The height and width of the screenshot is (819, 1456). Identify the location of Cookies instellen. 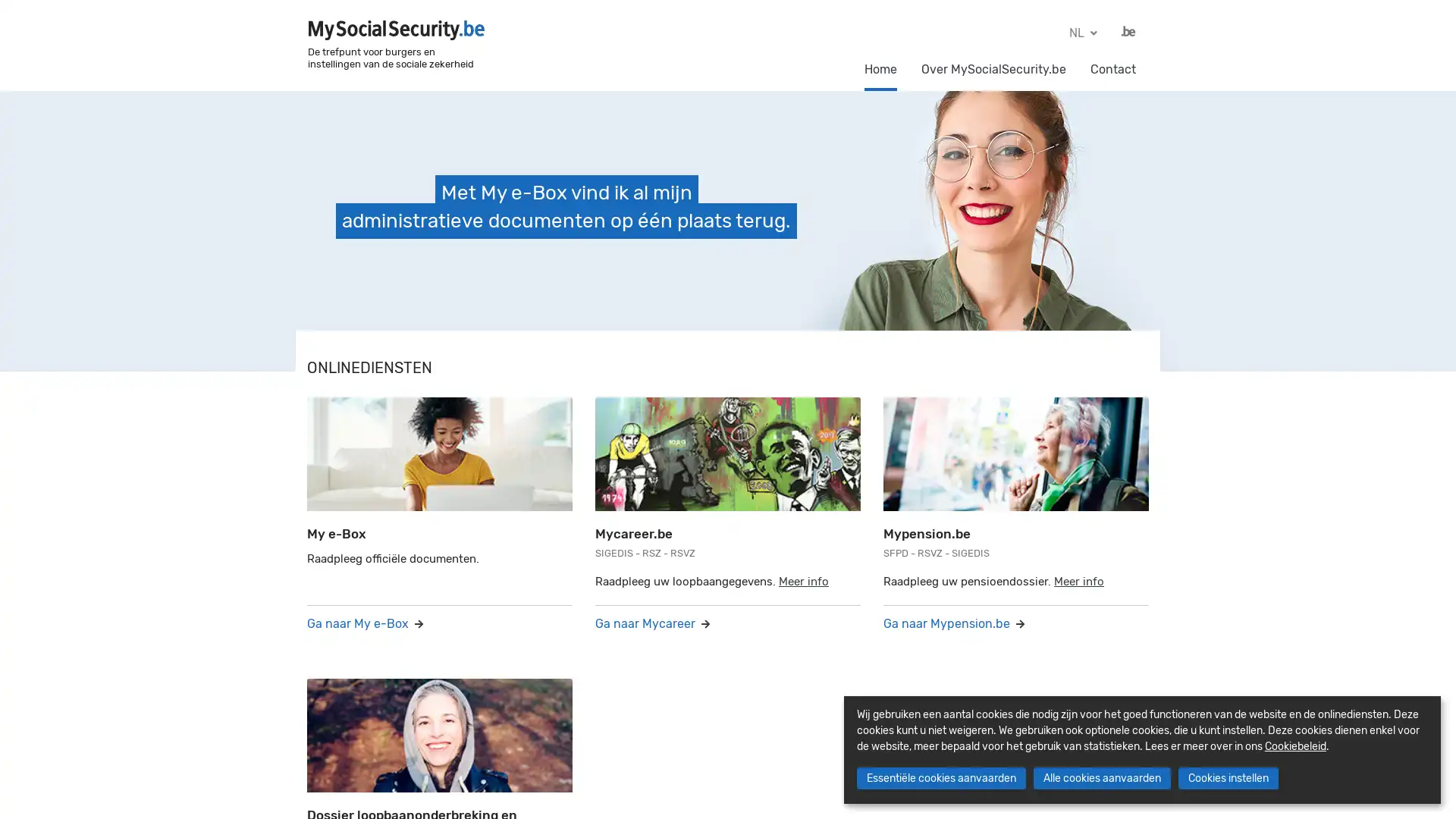
(1227, 778).